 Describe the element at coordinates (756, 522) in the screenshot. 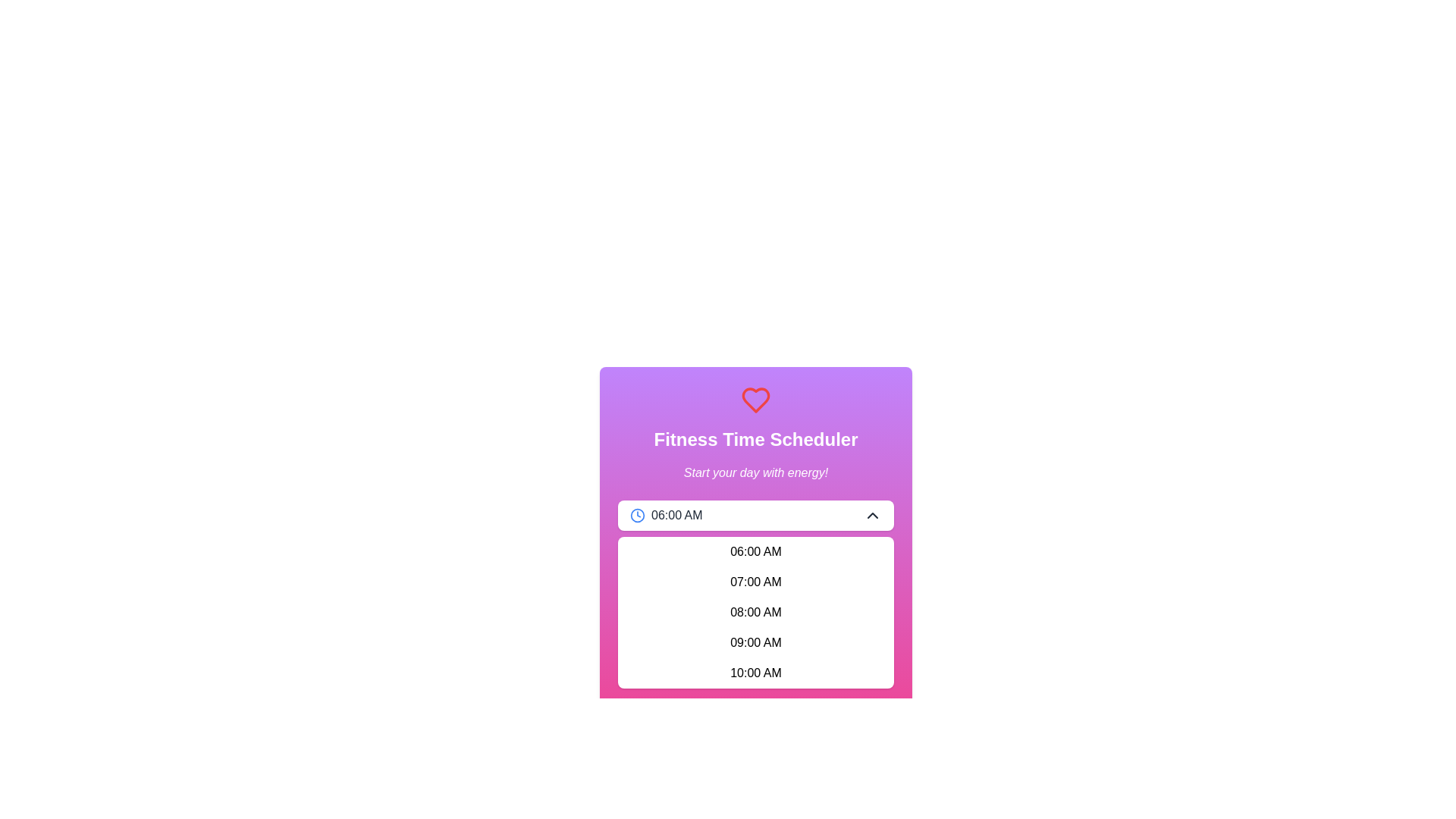

I see `a time option from the dropdown menu located in the center of the interface, which is set to '06:00 AM'` at that location.